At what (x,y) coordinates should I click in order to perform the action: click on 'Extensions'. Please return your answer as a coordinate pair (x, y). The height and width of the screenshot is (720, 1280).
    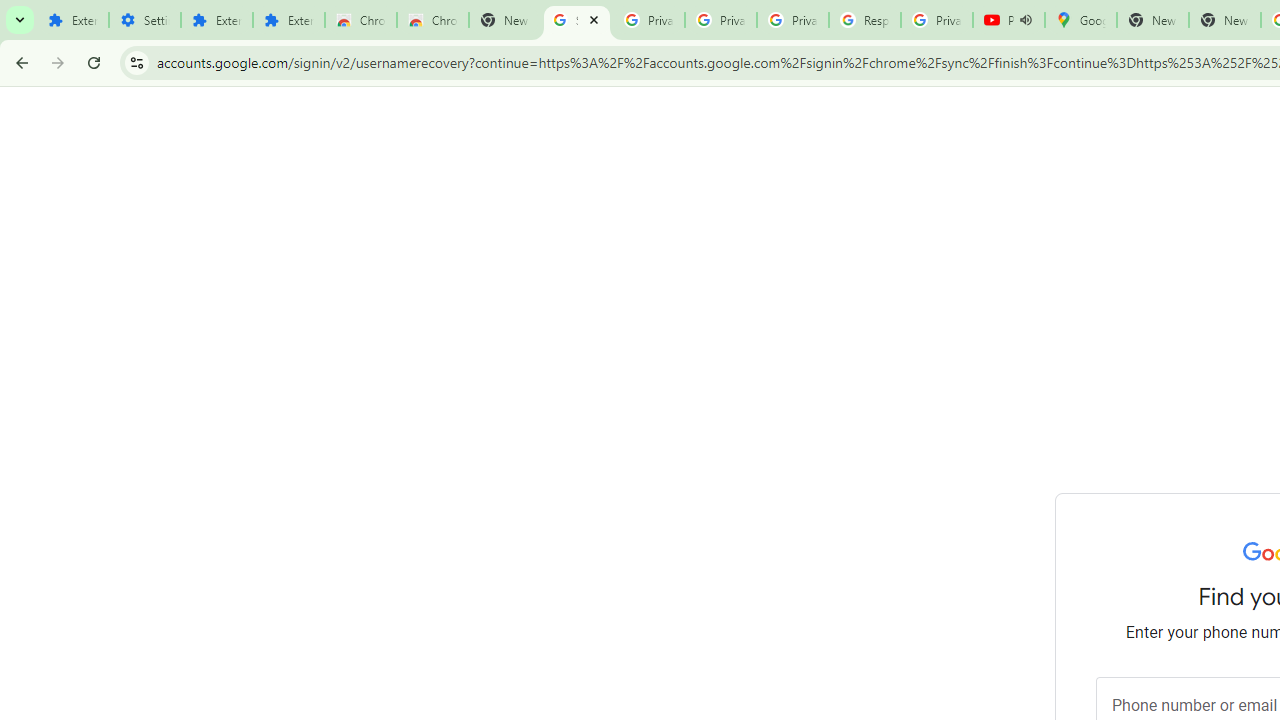
    Looking at the image, I should click on (216, 20).